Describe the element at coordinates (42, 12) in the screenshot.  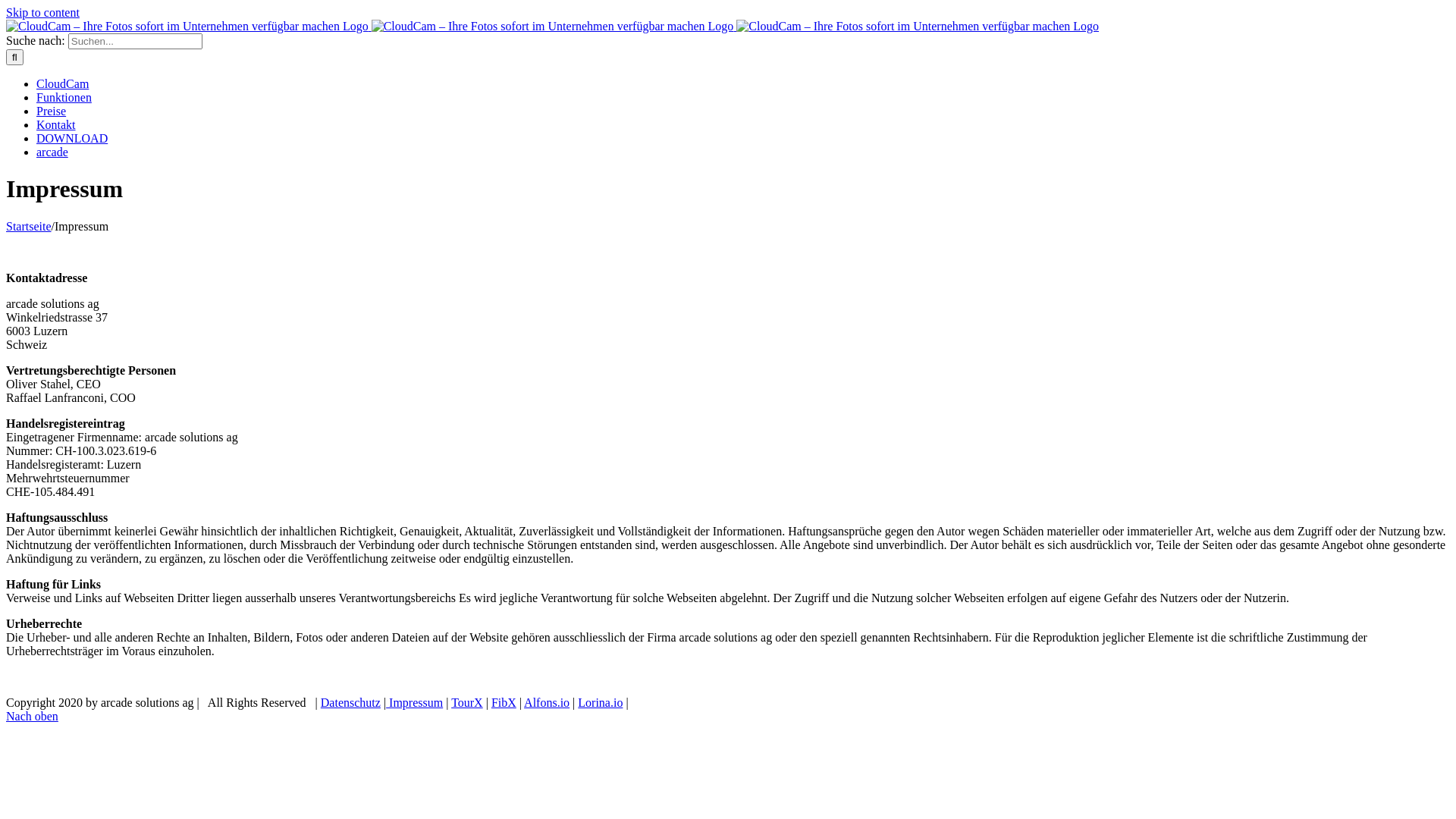
I see `'Skip to content'` at that location.